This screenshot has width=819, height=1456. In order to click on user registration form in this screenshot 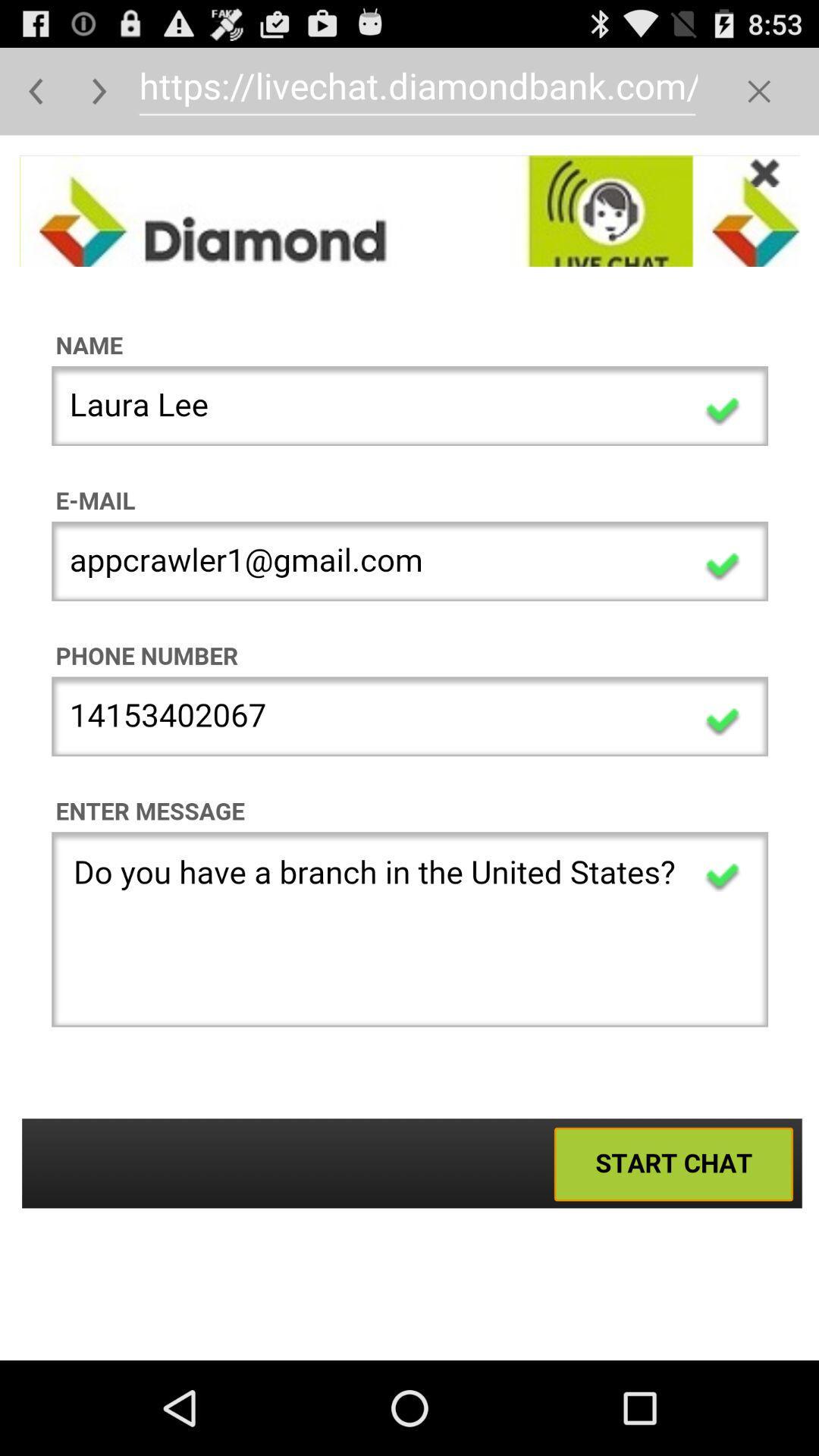, I will do `click(409, 748)`.